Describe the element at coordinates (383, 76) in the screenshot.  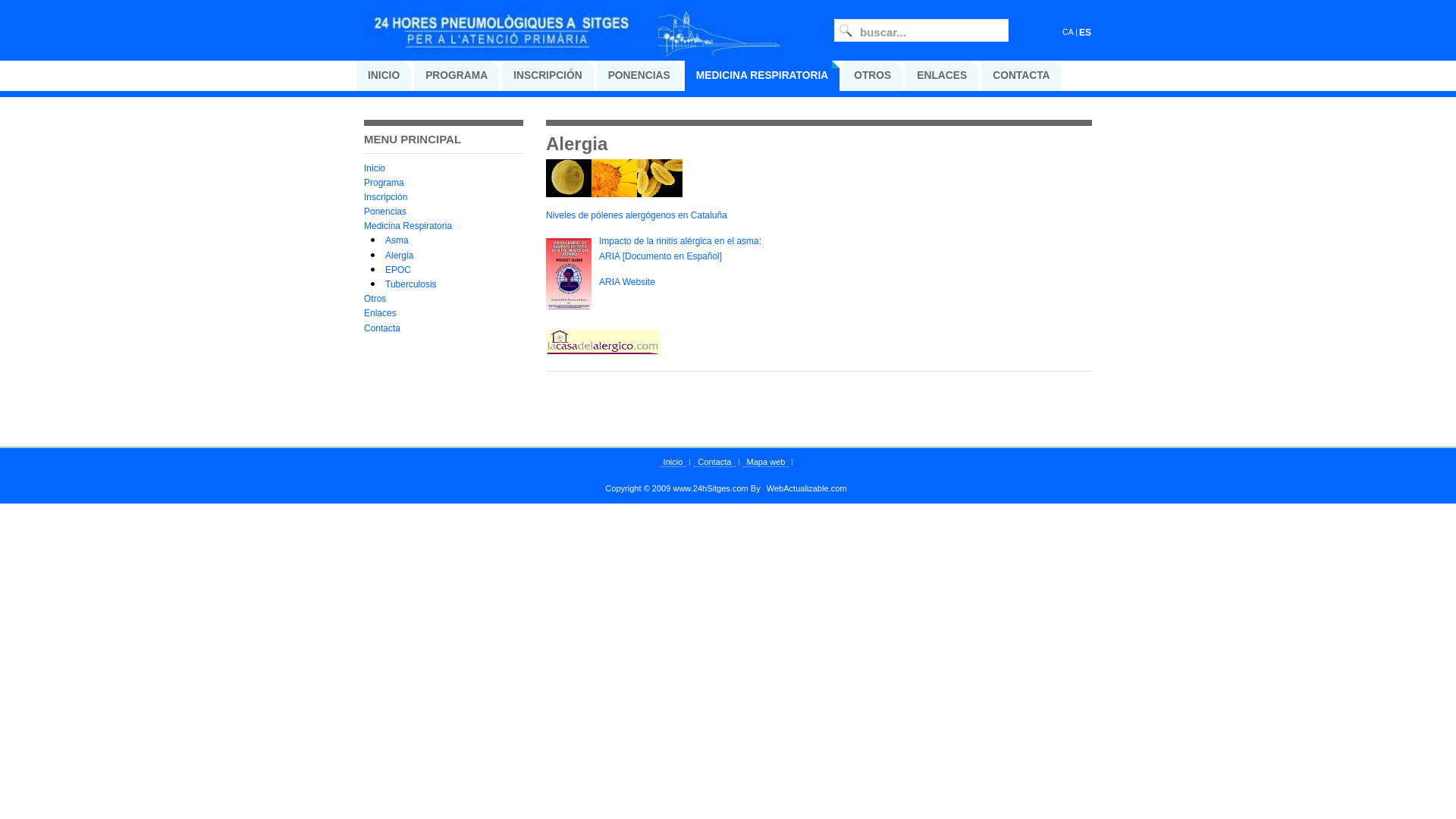
I see `'INICIO'` at that location.